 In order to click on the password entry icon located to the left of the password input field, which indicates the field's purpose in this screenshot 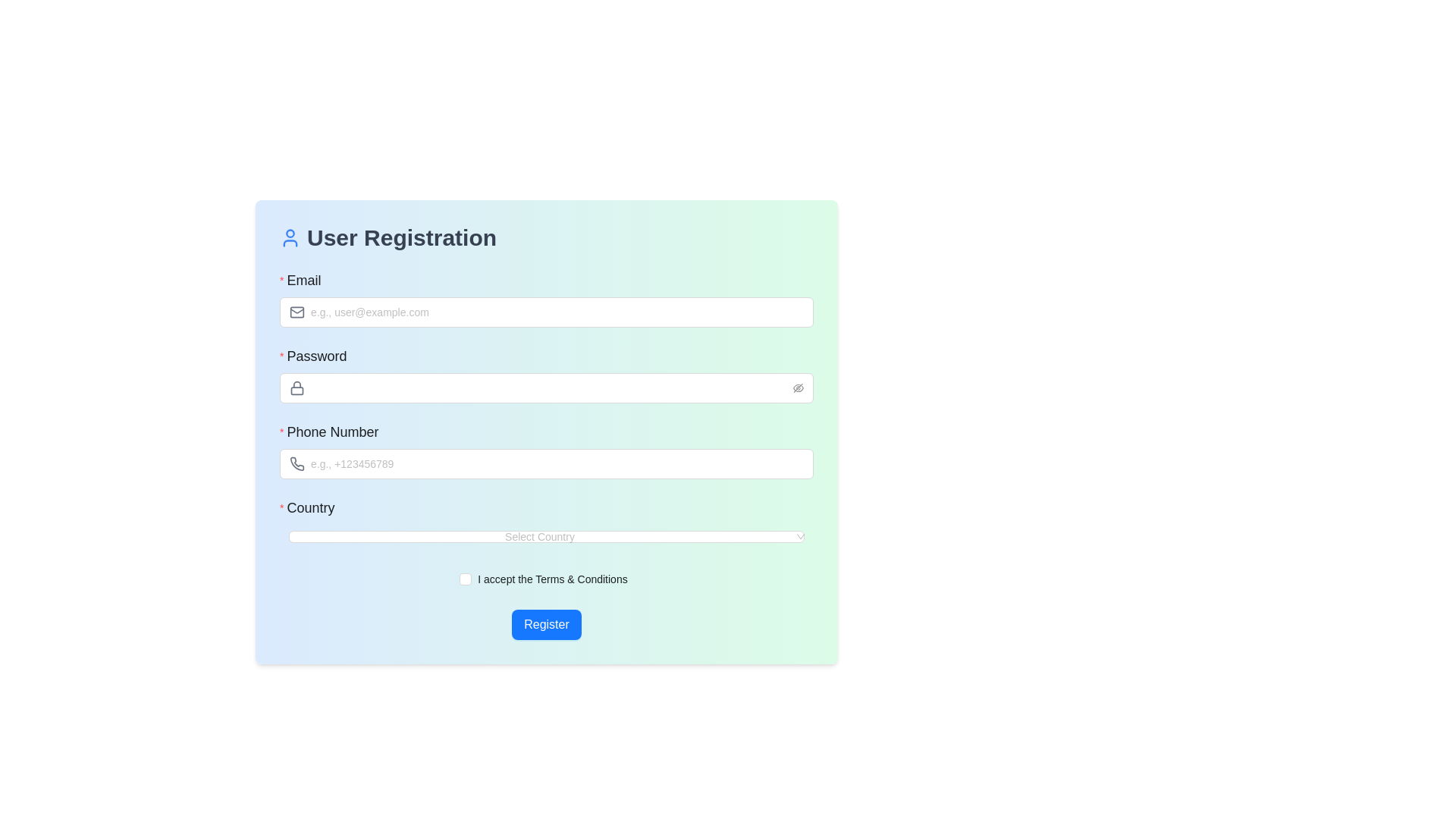, I will do `click(297, 388)`.